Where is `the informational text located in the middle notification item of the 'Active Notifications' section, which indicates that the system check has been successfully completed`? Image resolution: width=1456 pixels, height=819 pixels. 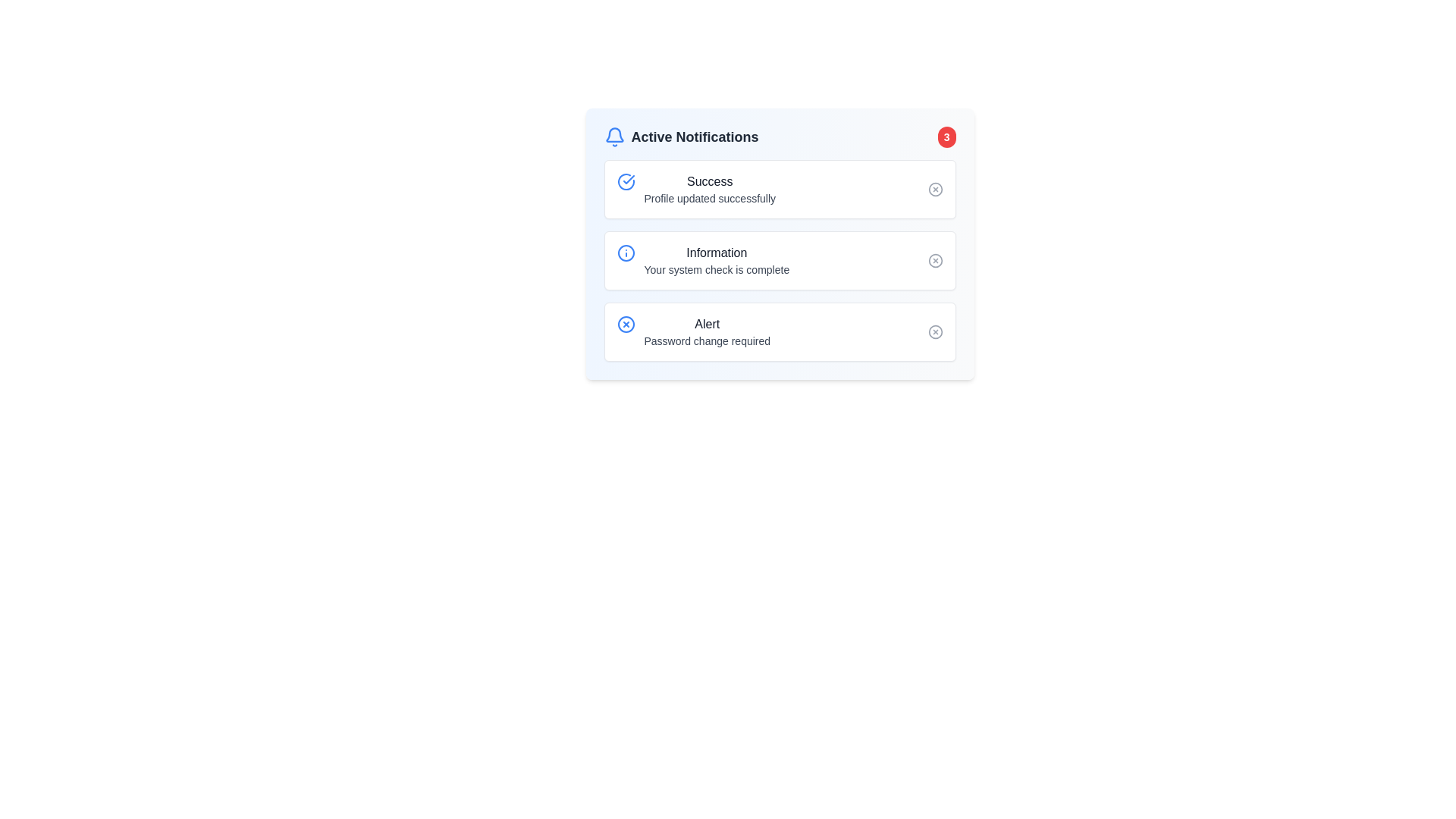
the informational text located in the middle notification item of the 'Active Notifications' section, which indicates that the system check has been successfully completed is located at coordinates (716, 268).